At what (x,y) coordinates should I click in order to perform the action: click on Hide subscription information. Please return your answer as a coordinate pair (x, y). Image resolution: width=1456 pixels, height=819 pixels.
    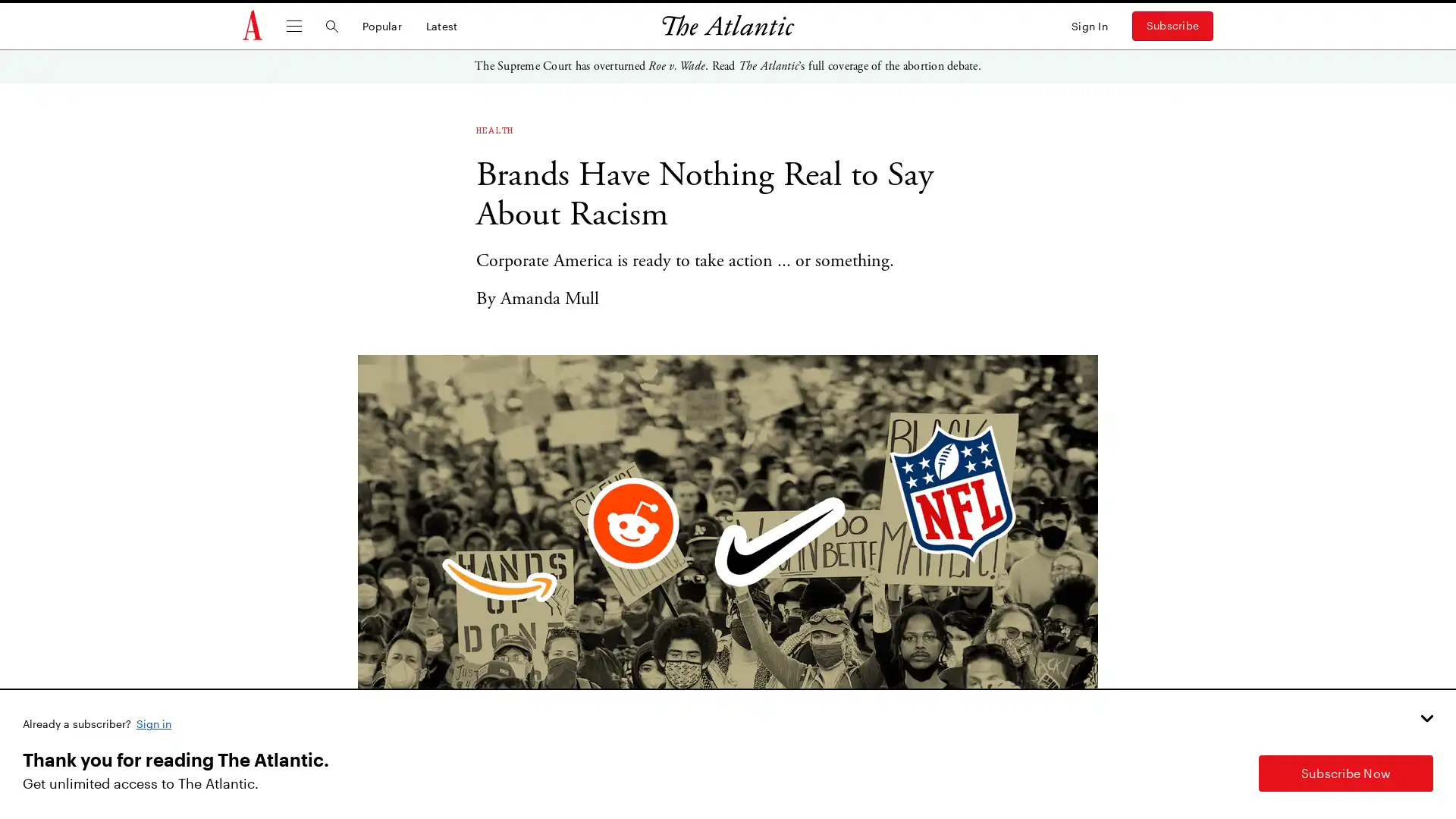
    Looking at the image, I should click on (1426, 717).